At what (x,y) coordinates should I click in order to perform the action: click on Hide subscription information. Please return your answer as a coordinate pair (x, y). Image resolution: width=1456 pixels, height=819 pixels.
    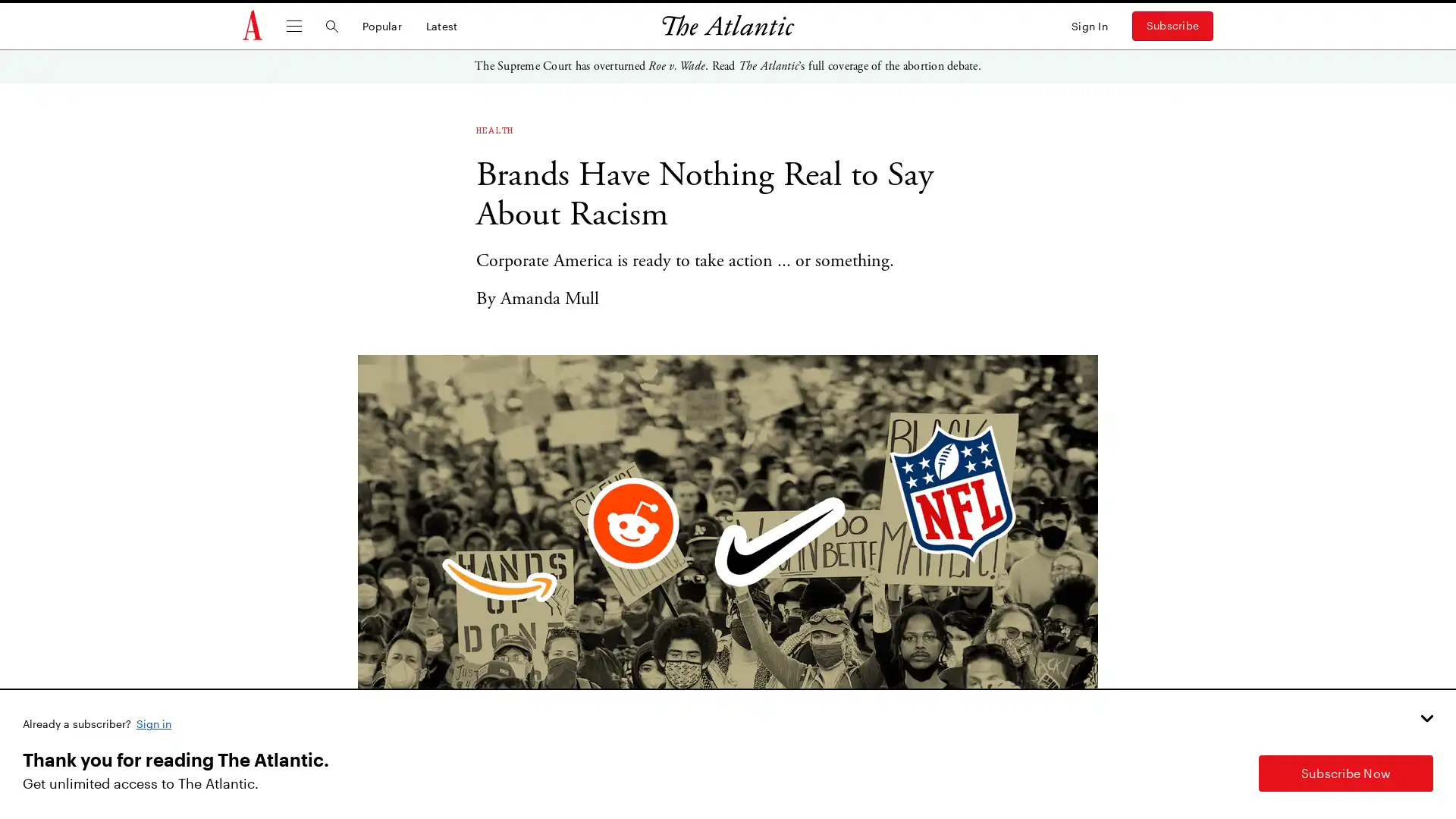
    Looking at the image, I should click on (1426, 717).